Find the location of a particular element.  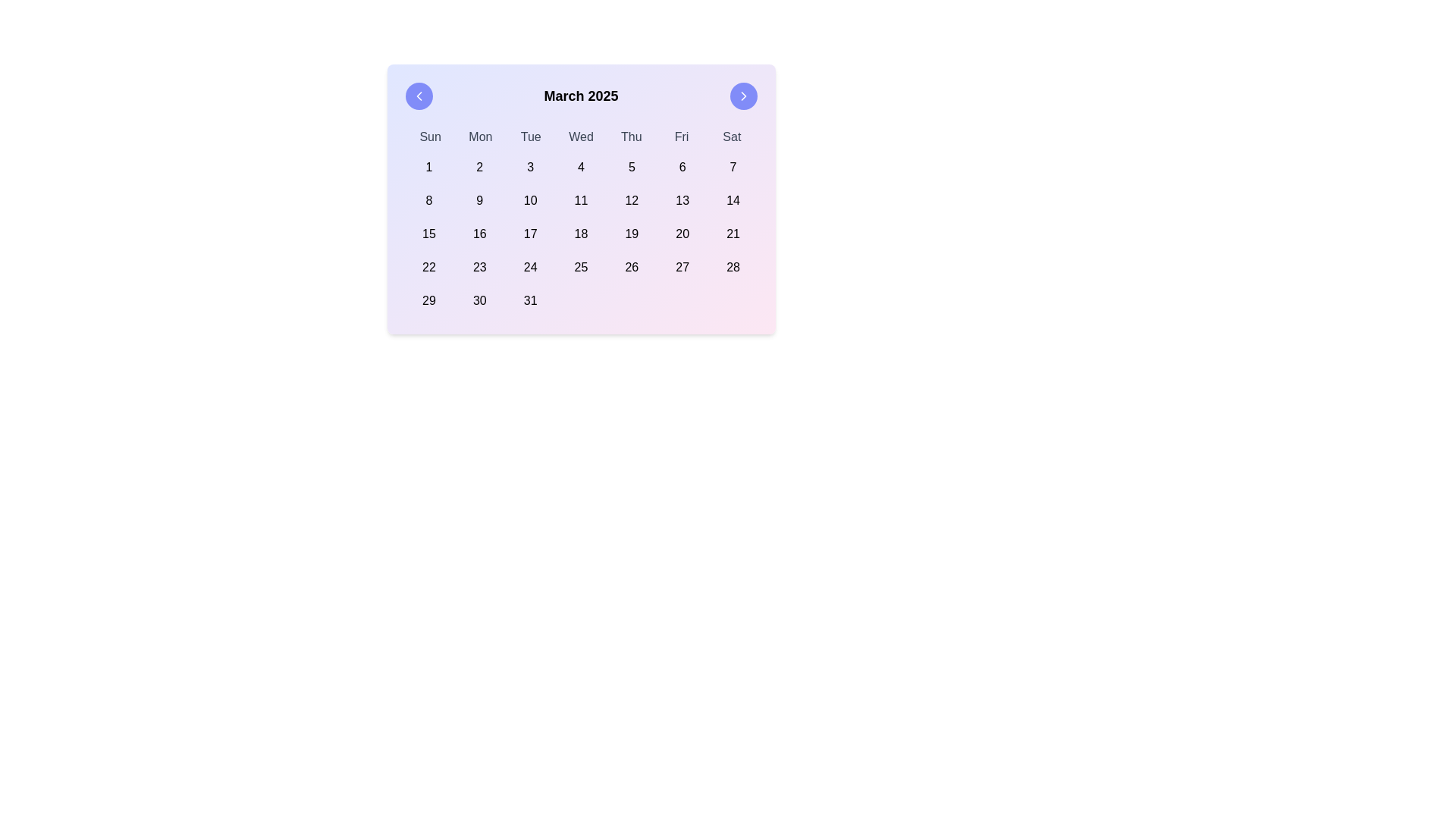

the text label displaying 'March 2025' which is centrally located in the top section of the calendar view, indicating the current view of the calendar is located at coordinates (580, 96).